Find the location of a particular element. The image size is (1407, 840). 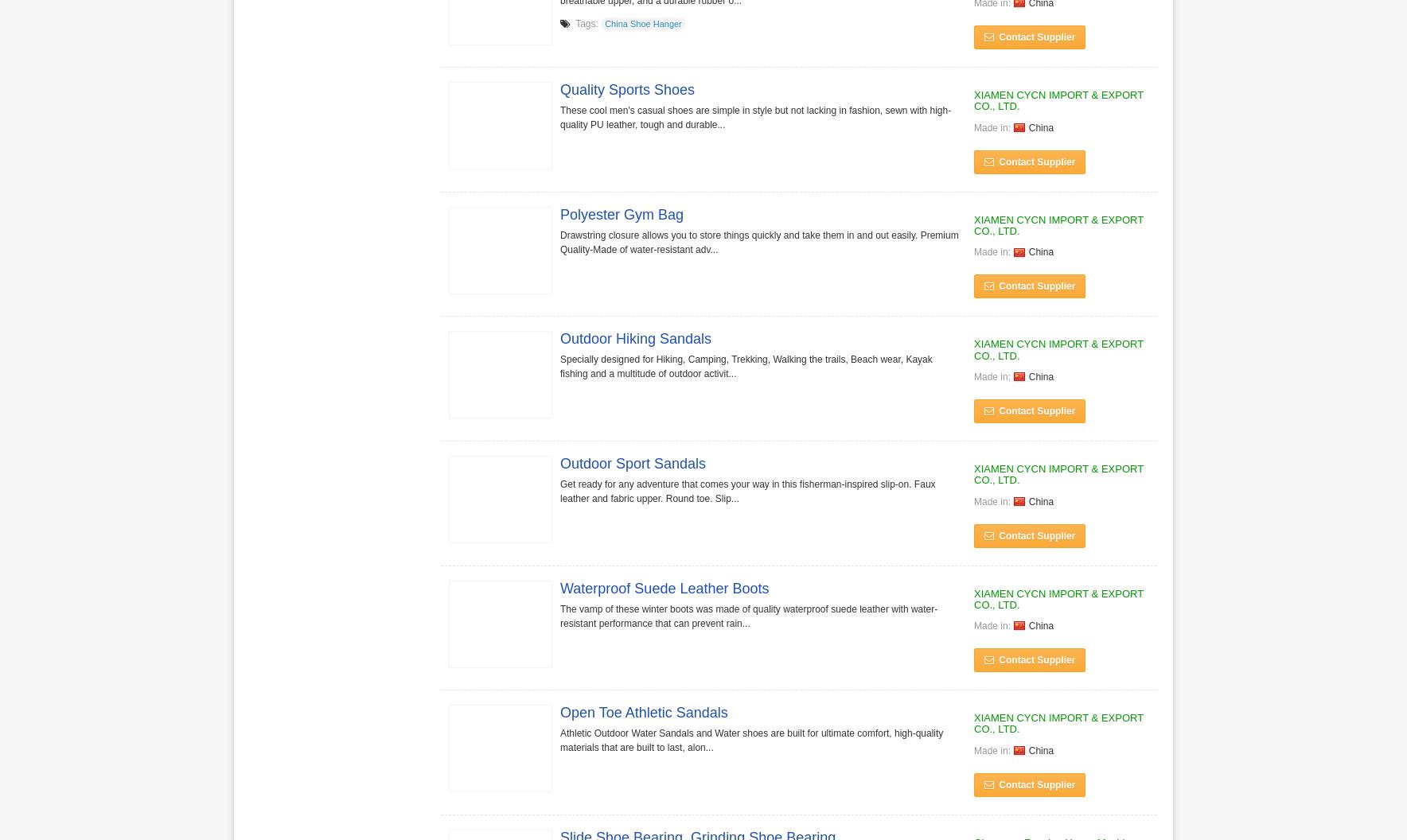

'Athletic Outdoor Water Sandals and Water shoes are built for ultimate comfort, high-quality materials that are built to last, alon...' is located at coordinates (560, 740).